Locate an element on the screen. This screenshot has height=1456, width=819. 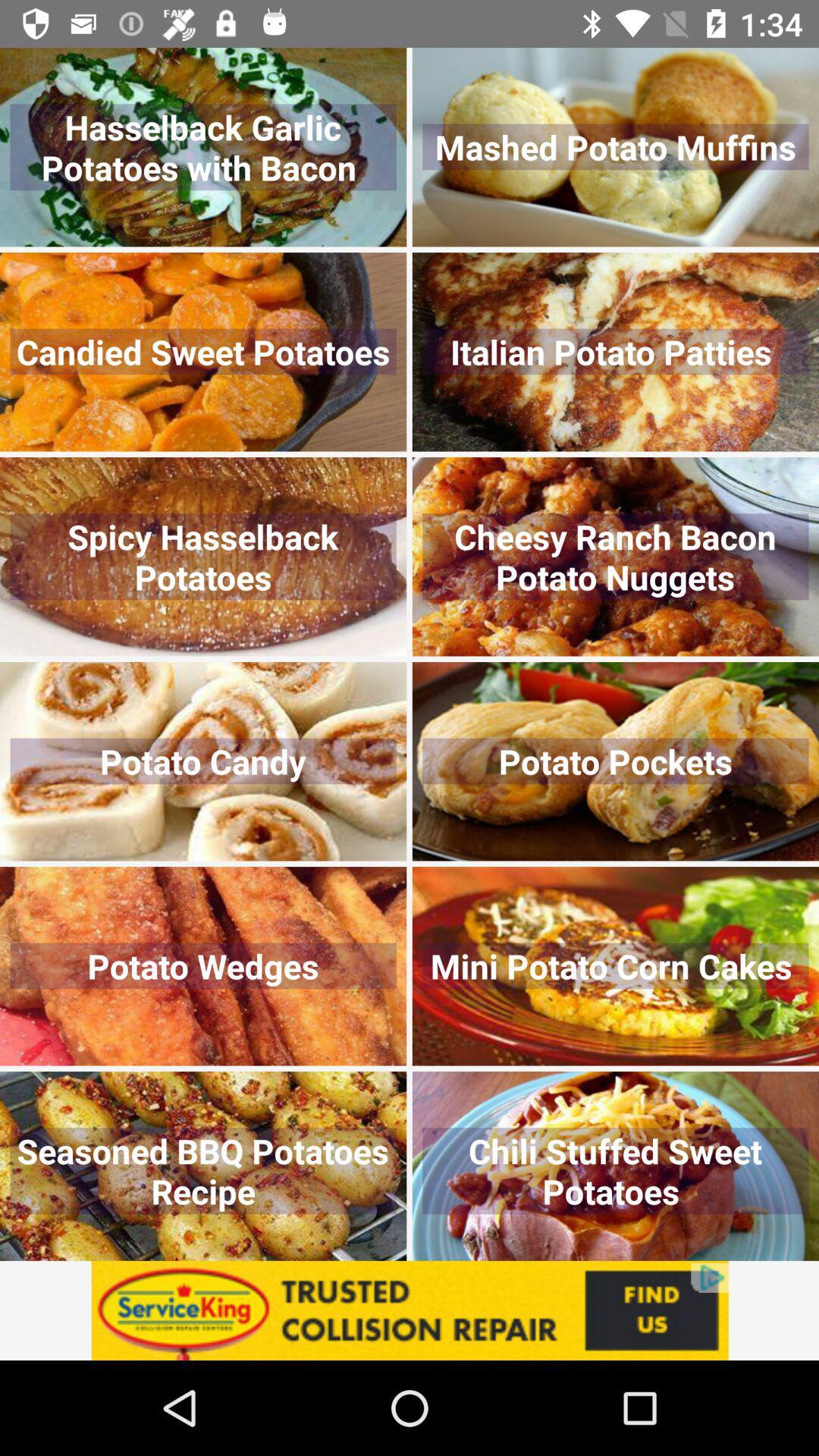
the image which is below mashed potato muffins on the page is located at coordinates (616, 351).